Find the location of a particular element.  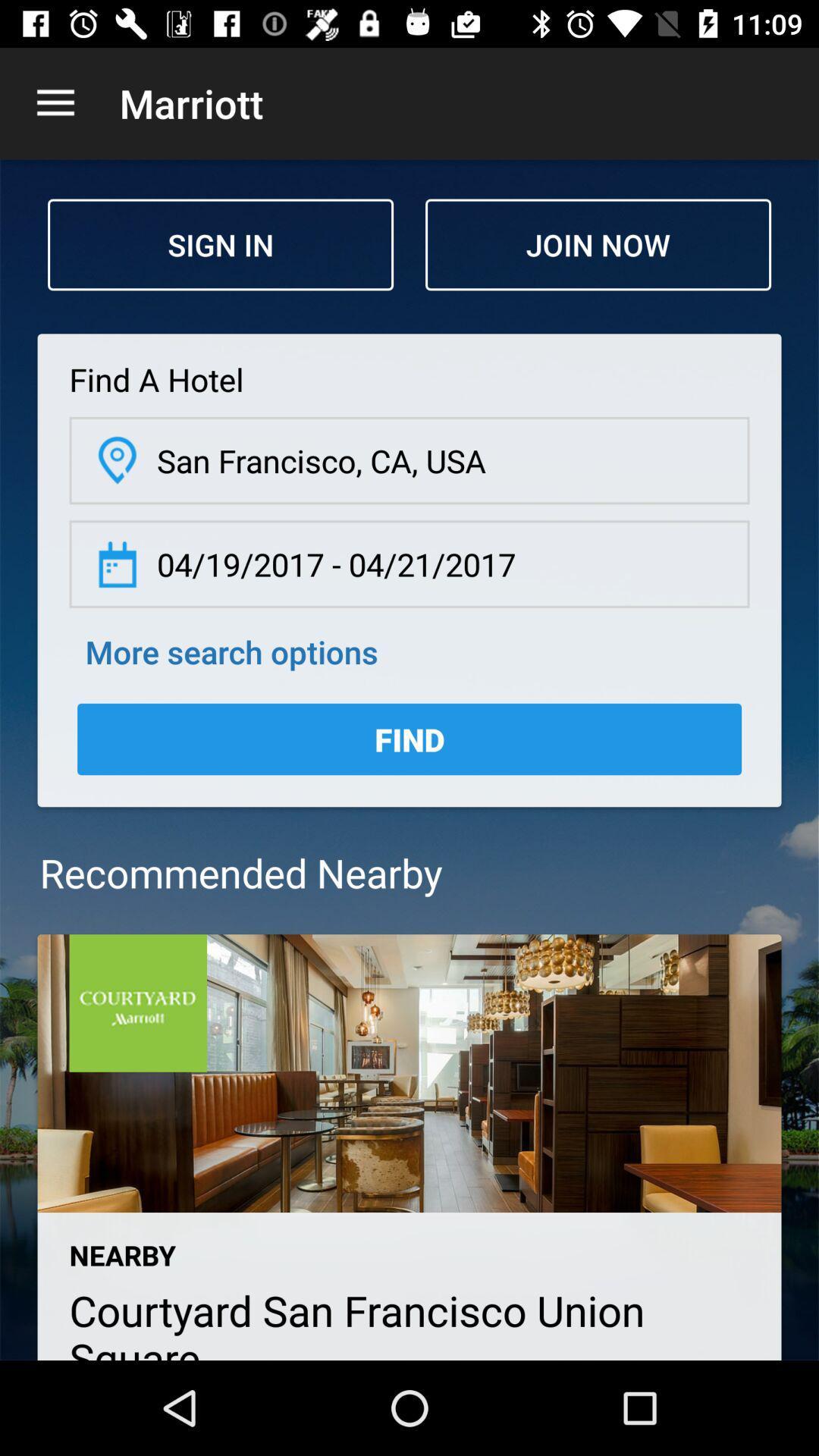

item next to join now is located at coordinates (220, 244).